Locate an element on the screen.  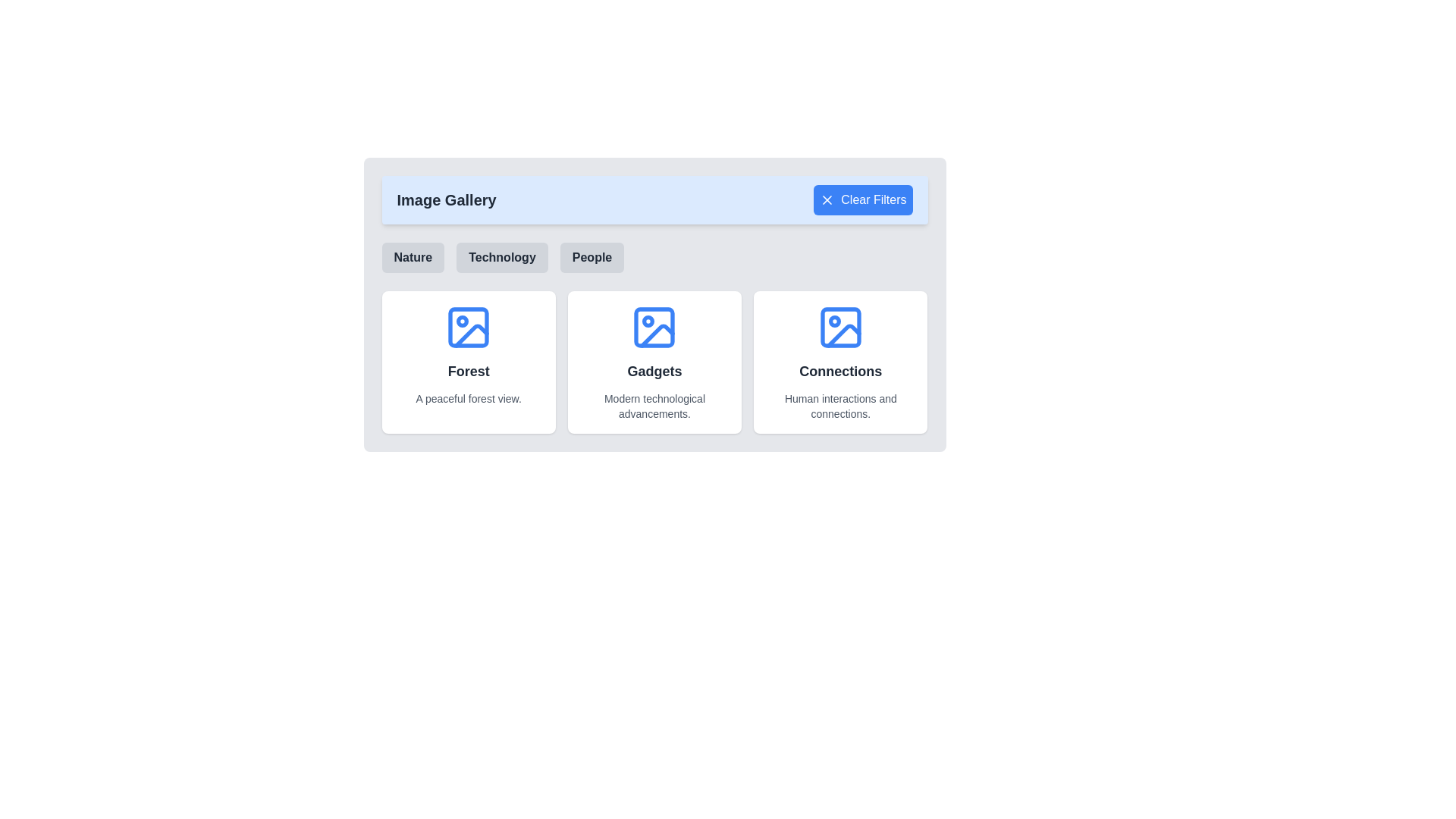
the 'X' icon within the 'Clear Filters' button located at the top-right of the interface header is located at coordinates (827, 199).